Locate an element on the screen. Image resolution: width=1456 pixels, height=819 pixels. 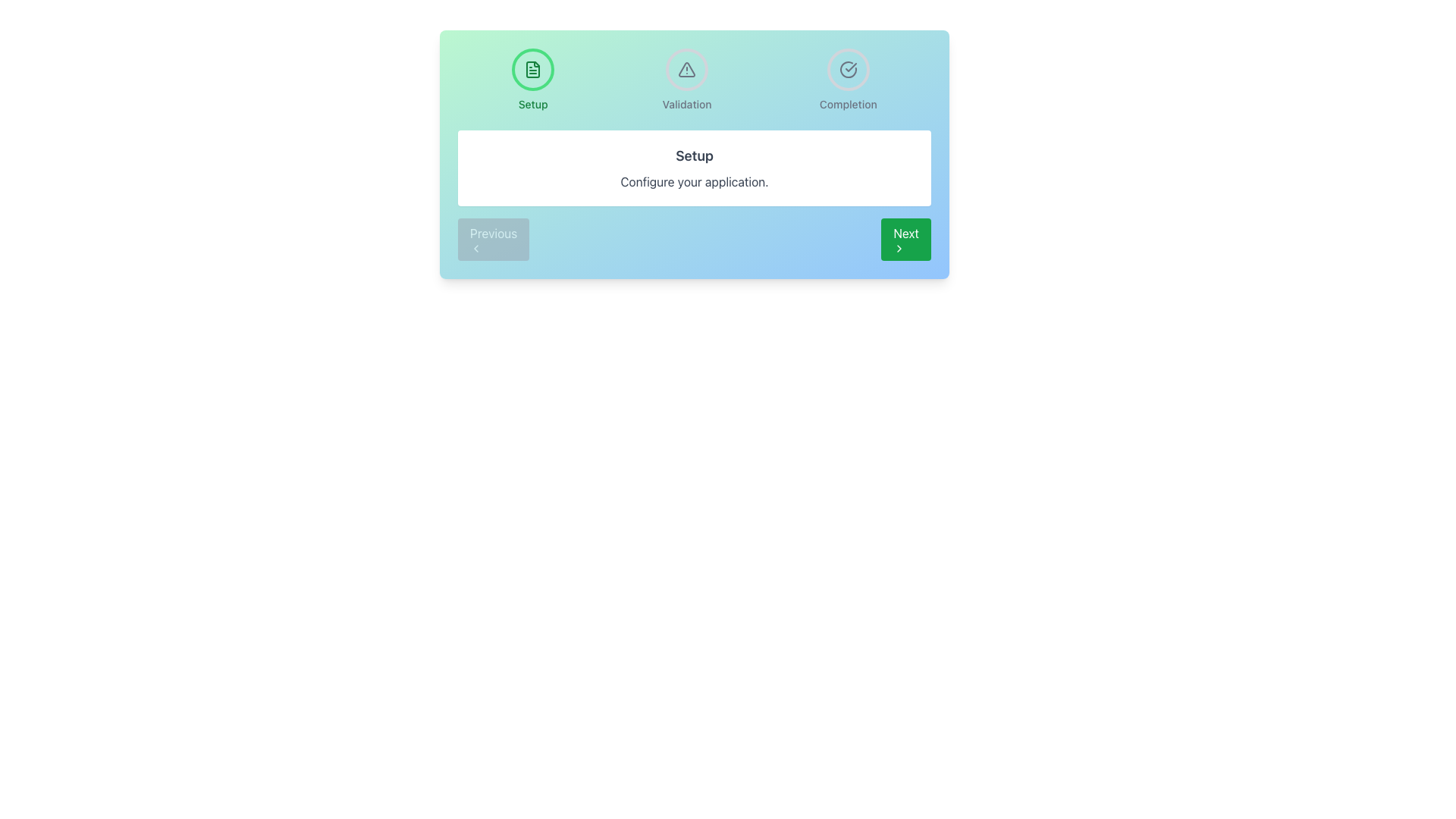
the 'Completion' text label, which indicates the final step in a sequence and is positioned below the circular check mark icon is located at coordinates (847, 104).